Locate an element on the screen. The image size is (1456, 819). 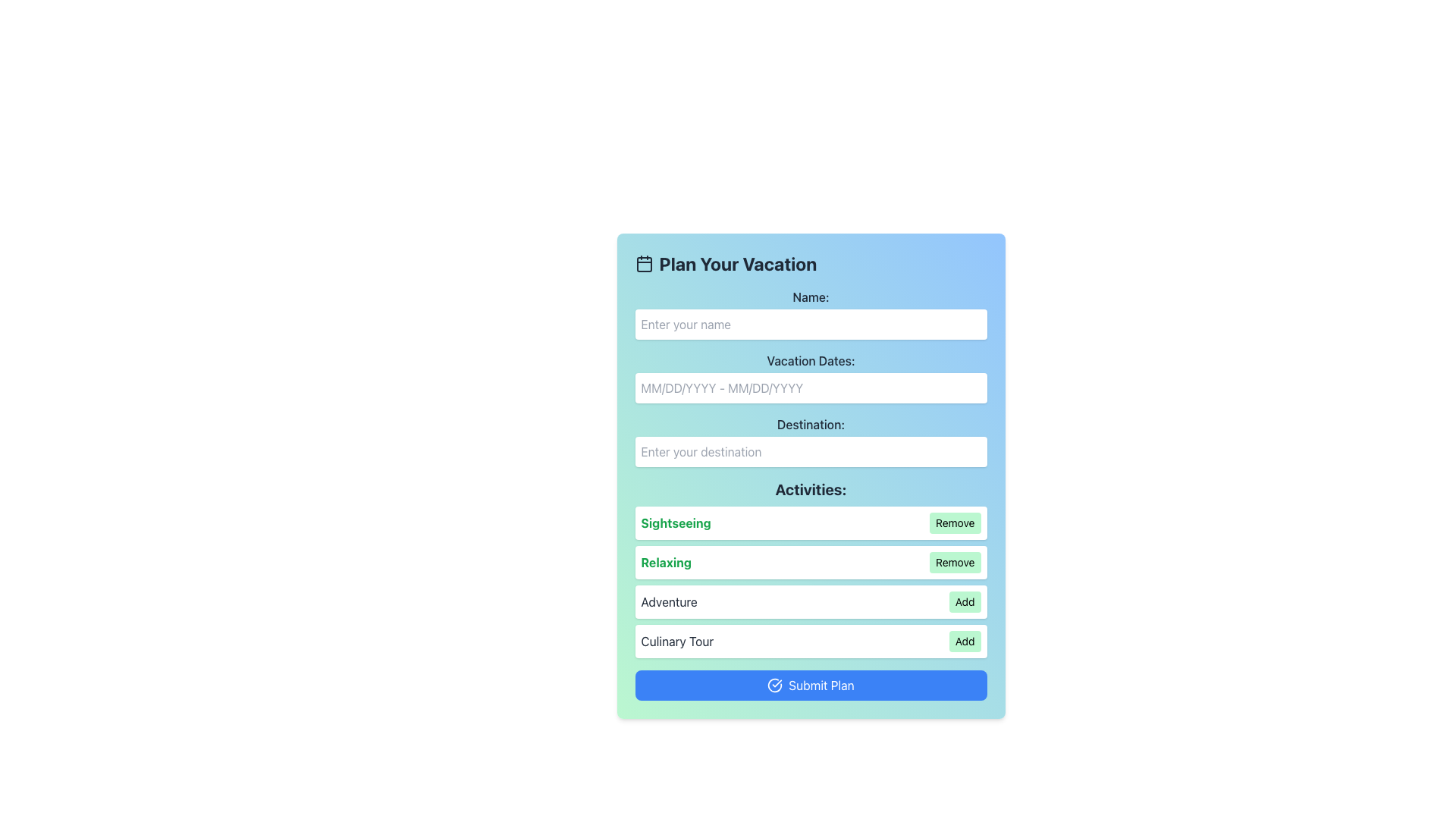
the visual indicator icon on the left side of the 'Submit Plan' button to acknowledge it is located at coordinates (775, 685).